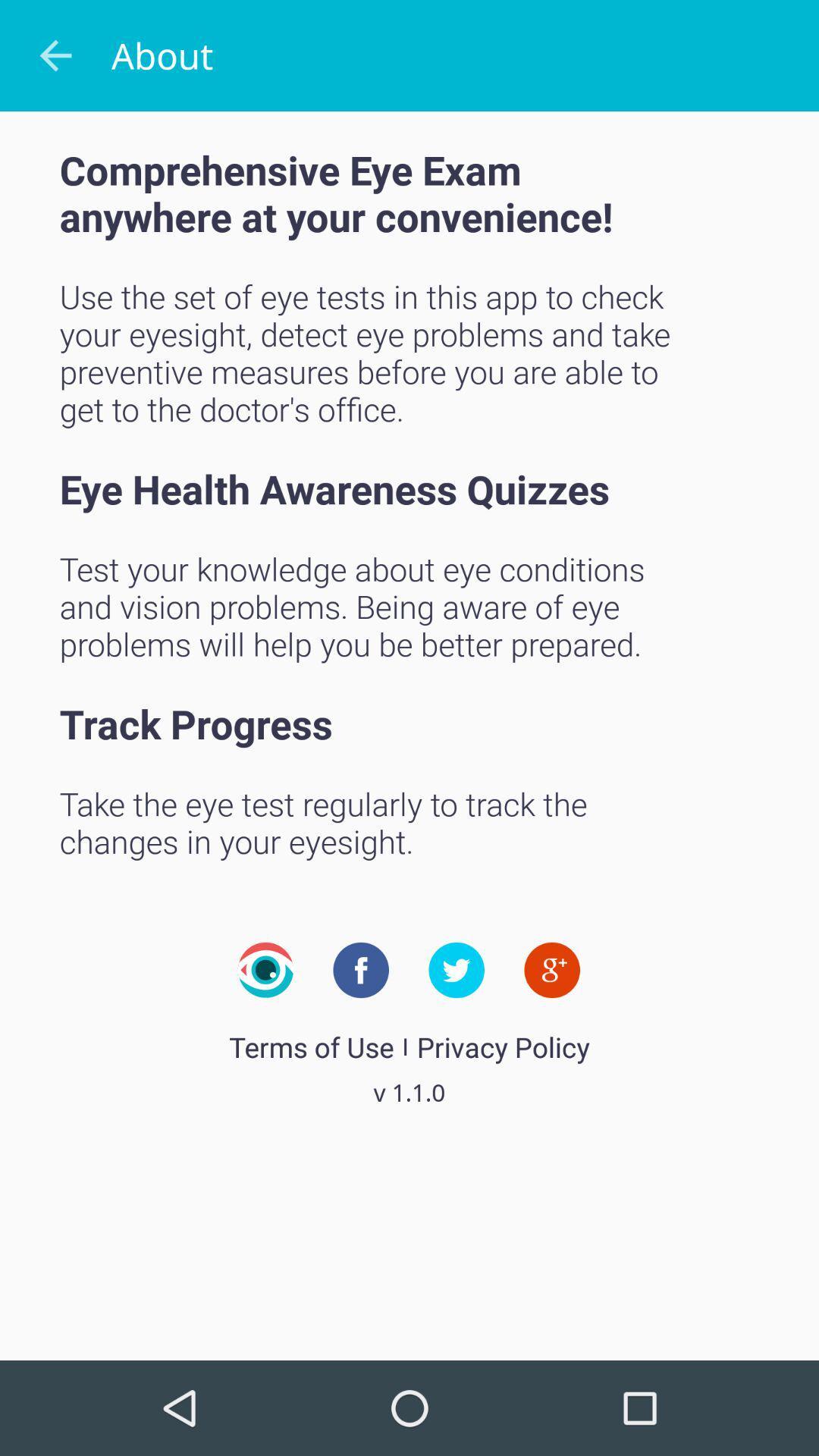  What do you see at coordinates (456, 969) in the screenshot?
I see `share to twitter` at bounding box center [456, 969].